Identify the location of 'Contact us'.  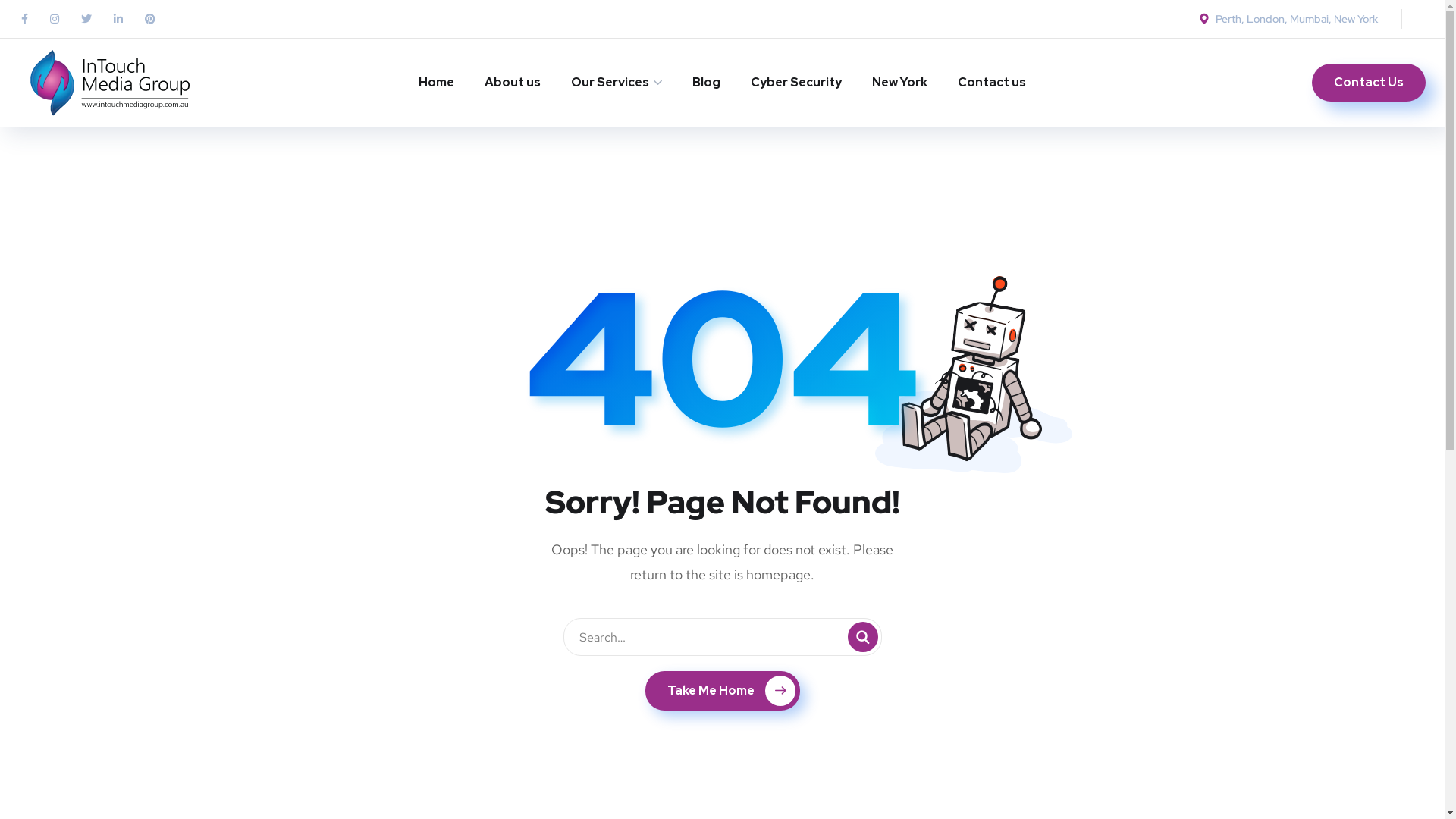
(992, 82).